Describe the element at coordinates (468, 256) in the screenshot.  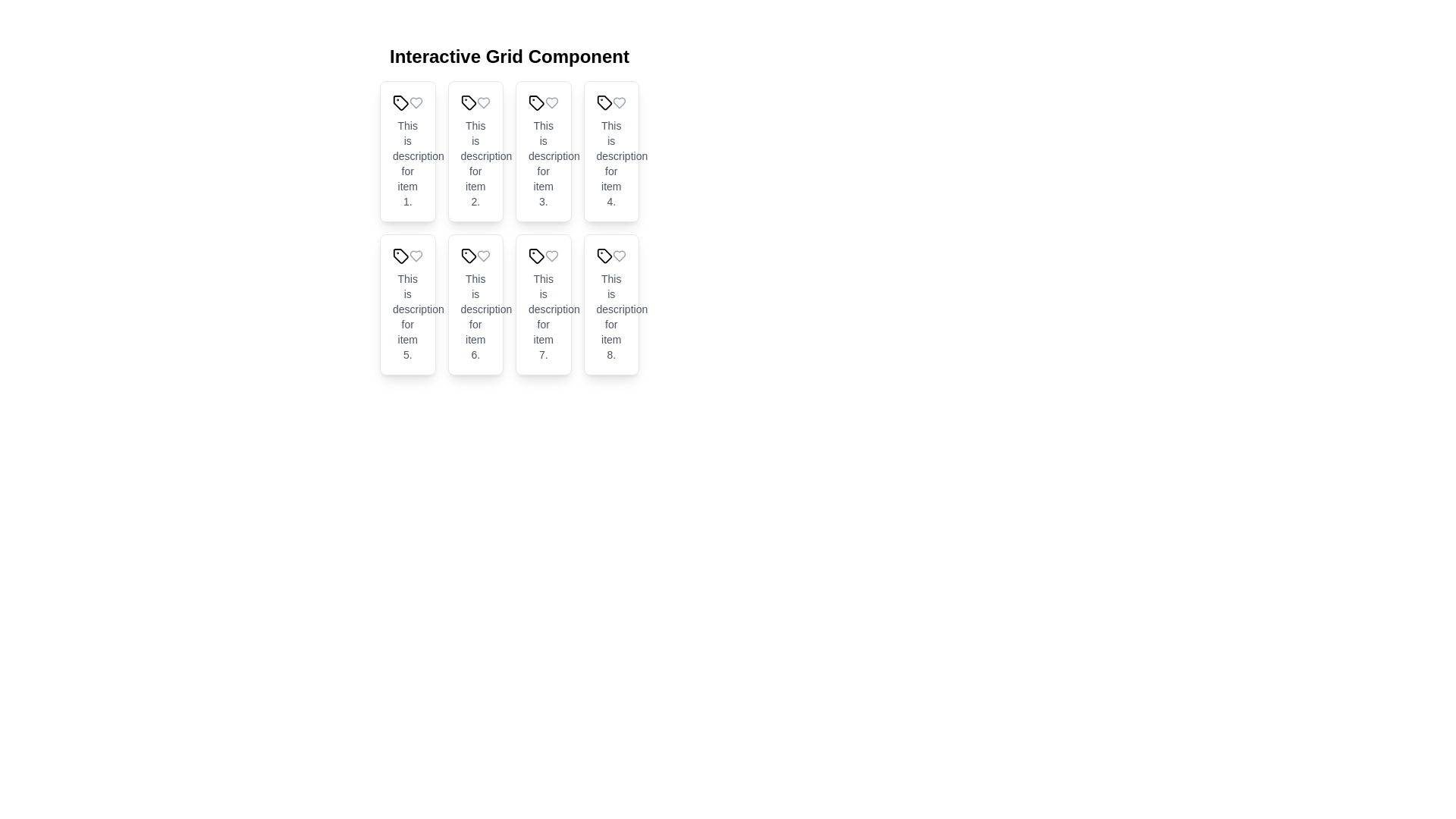
I see `the tag-shaped icon outlined in black located in the upper-left corner of the grid cell labeled 'Tile 6' within the interactive grid component` at that location.